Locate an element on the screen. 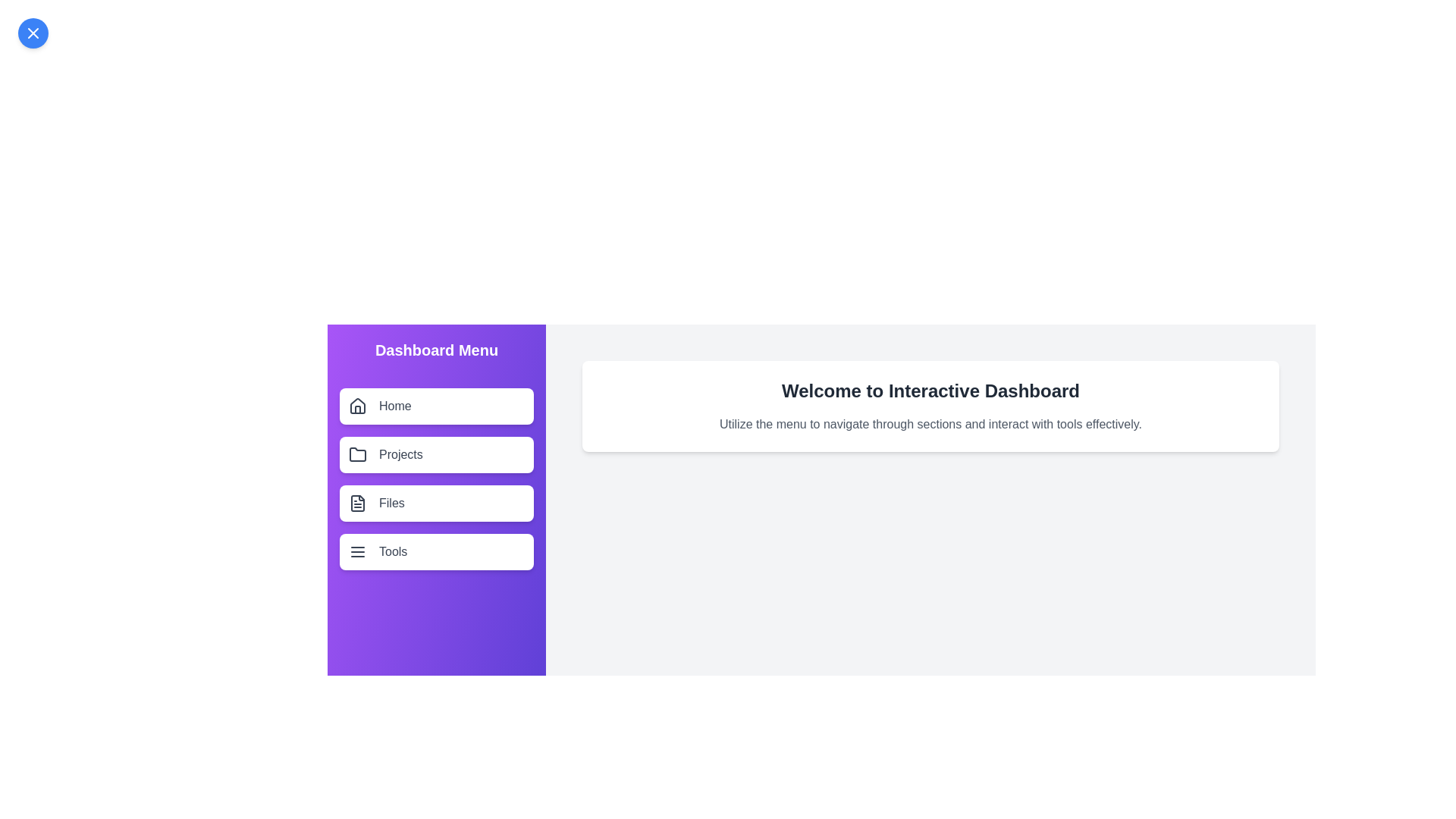  the menu item labeled Tools to navigate to its corresponding section is located at coordinates (436, 552).